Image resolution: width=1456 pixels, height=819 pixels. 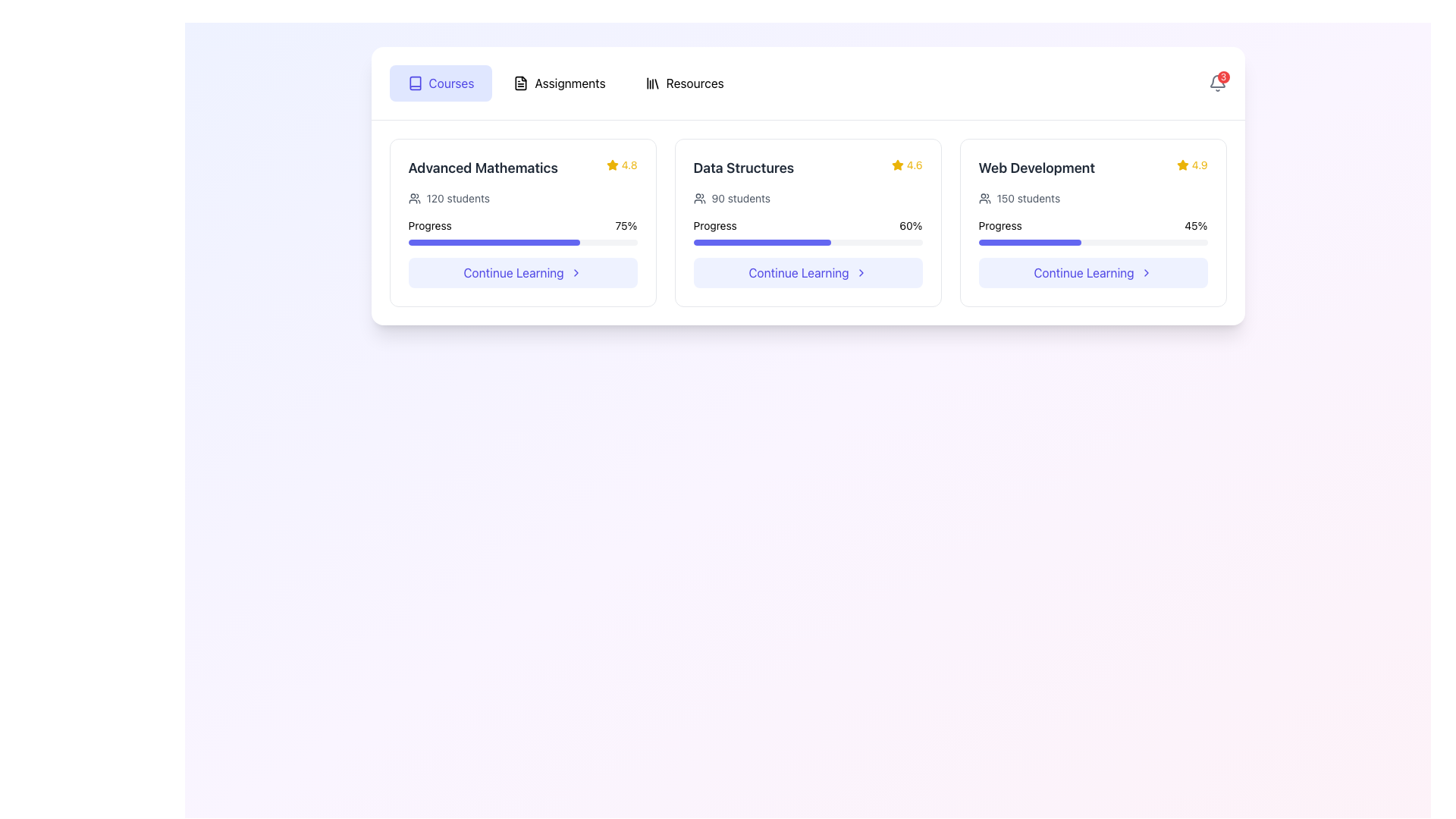 I want to click on the star-shaped yellow icon used for ratings, located in the top-right corner of the 'Data Structures' card, adjacent to the text '4.6', so click(x=897, y=165).